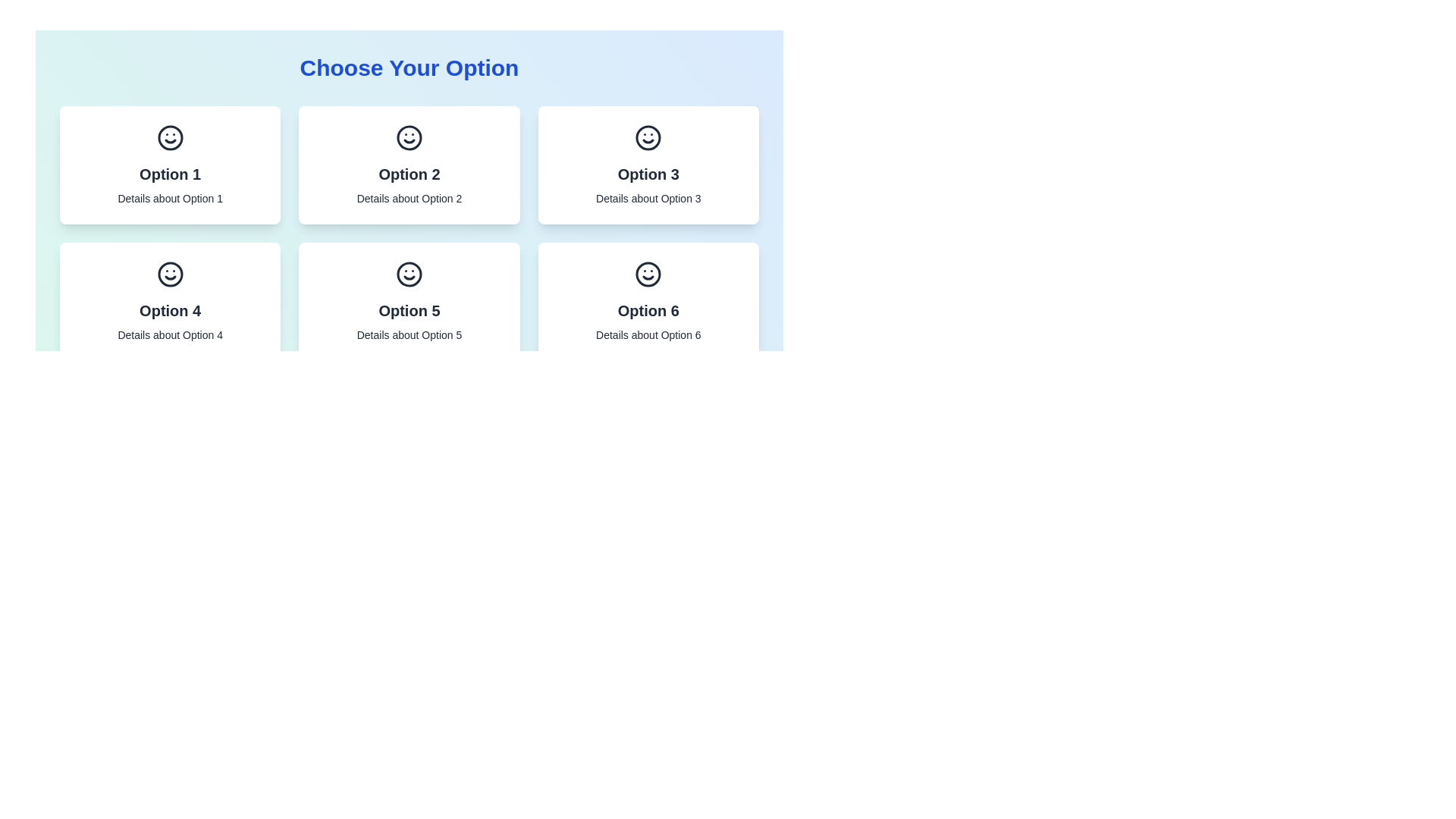  What do you see at coordinates (648, 275) in the screenshot?
I see `the icon that visually represents positivity associated with the card labeled 'Option 6', located at the top-center of the card` at bounding box center [648, 275].